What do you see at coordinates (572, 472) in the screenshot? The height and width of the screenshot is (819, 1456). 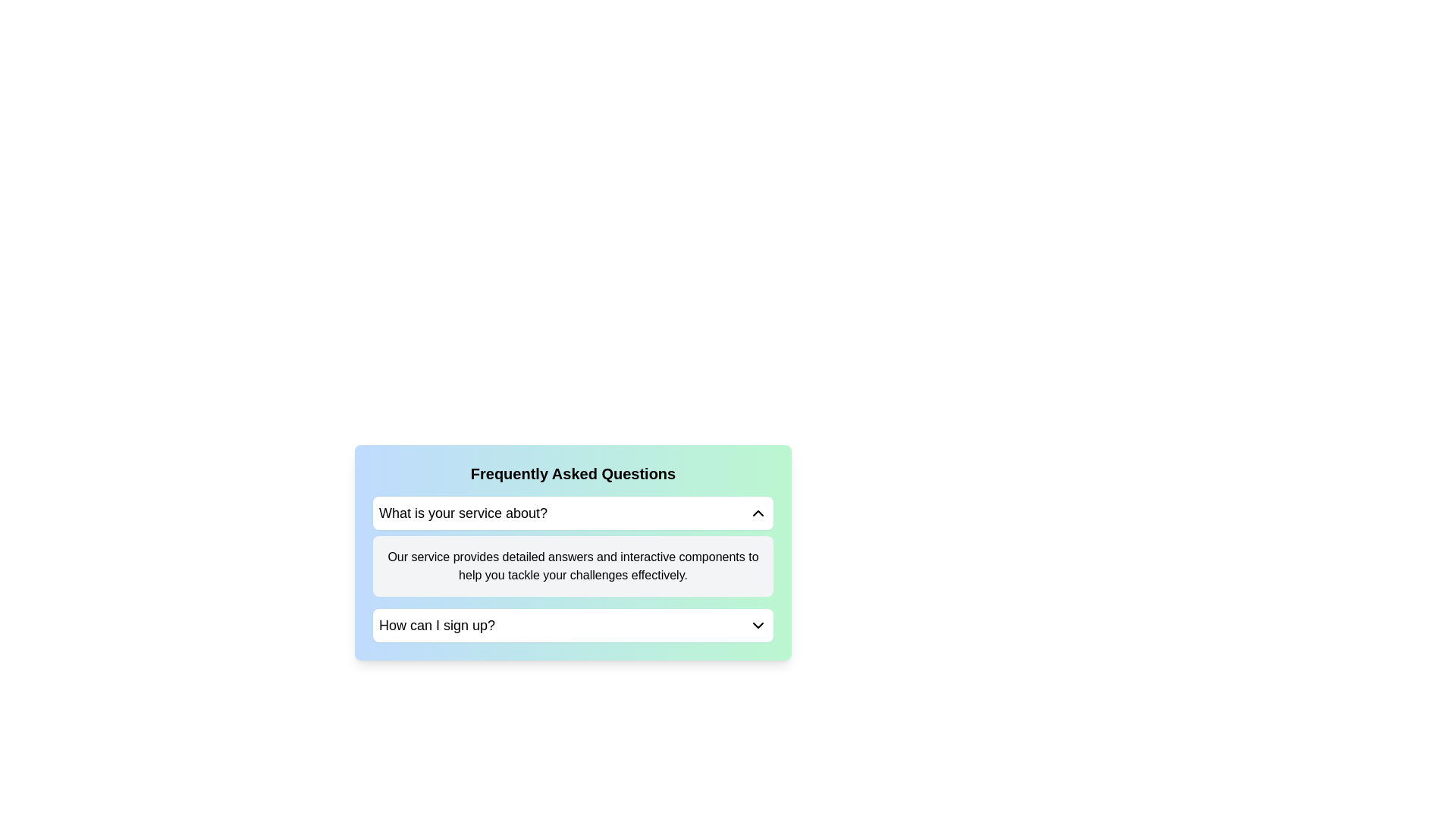 I see `the prominently styled header text element containing 'Frequently Asked Questions', which is located at the top of a gradient background box transitioning from blue to green` at bounding box center [572, 472].